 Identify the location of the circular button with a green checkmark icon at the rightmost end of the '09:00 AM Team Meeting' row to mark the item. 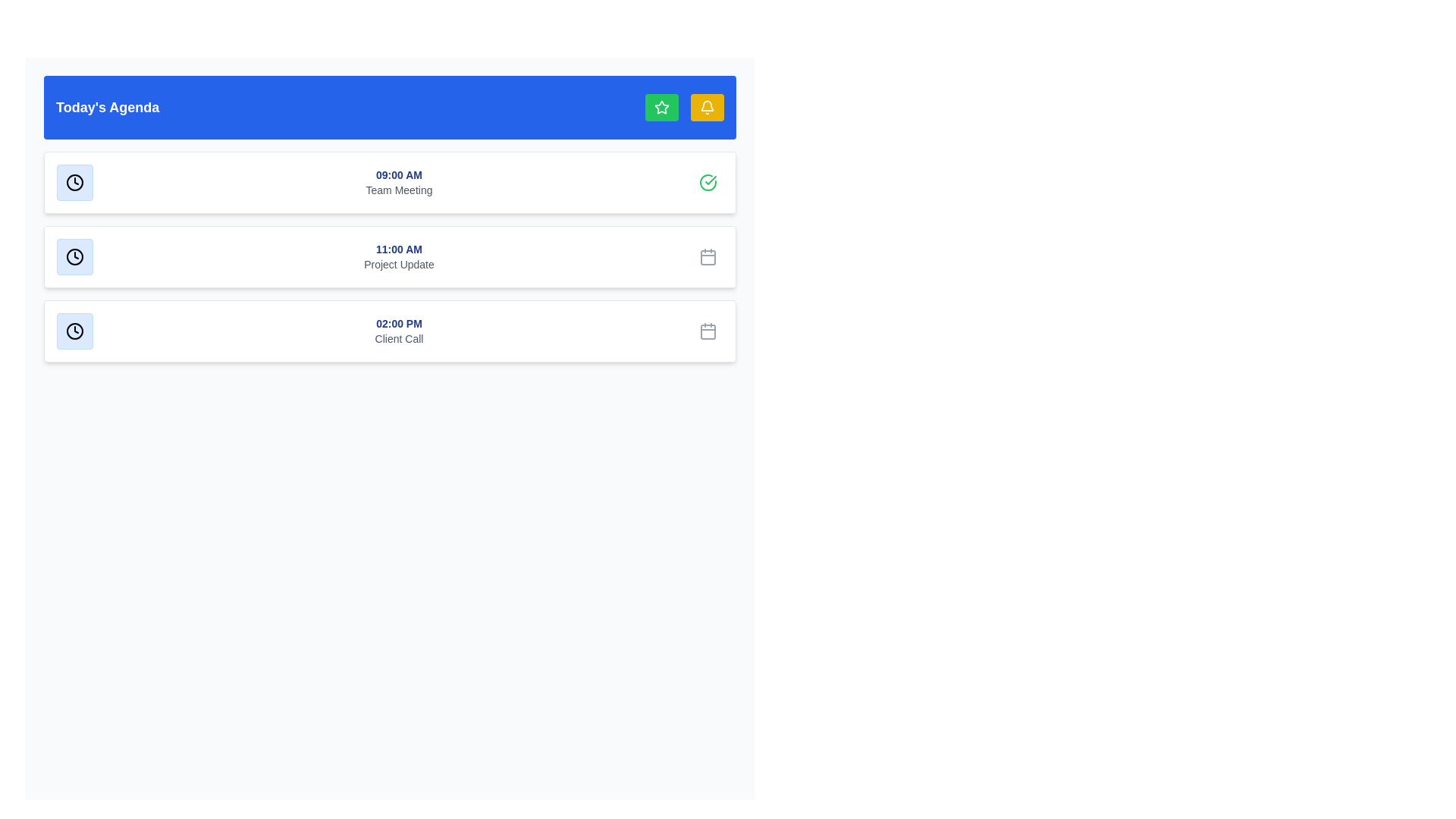
(708, 181).